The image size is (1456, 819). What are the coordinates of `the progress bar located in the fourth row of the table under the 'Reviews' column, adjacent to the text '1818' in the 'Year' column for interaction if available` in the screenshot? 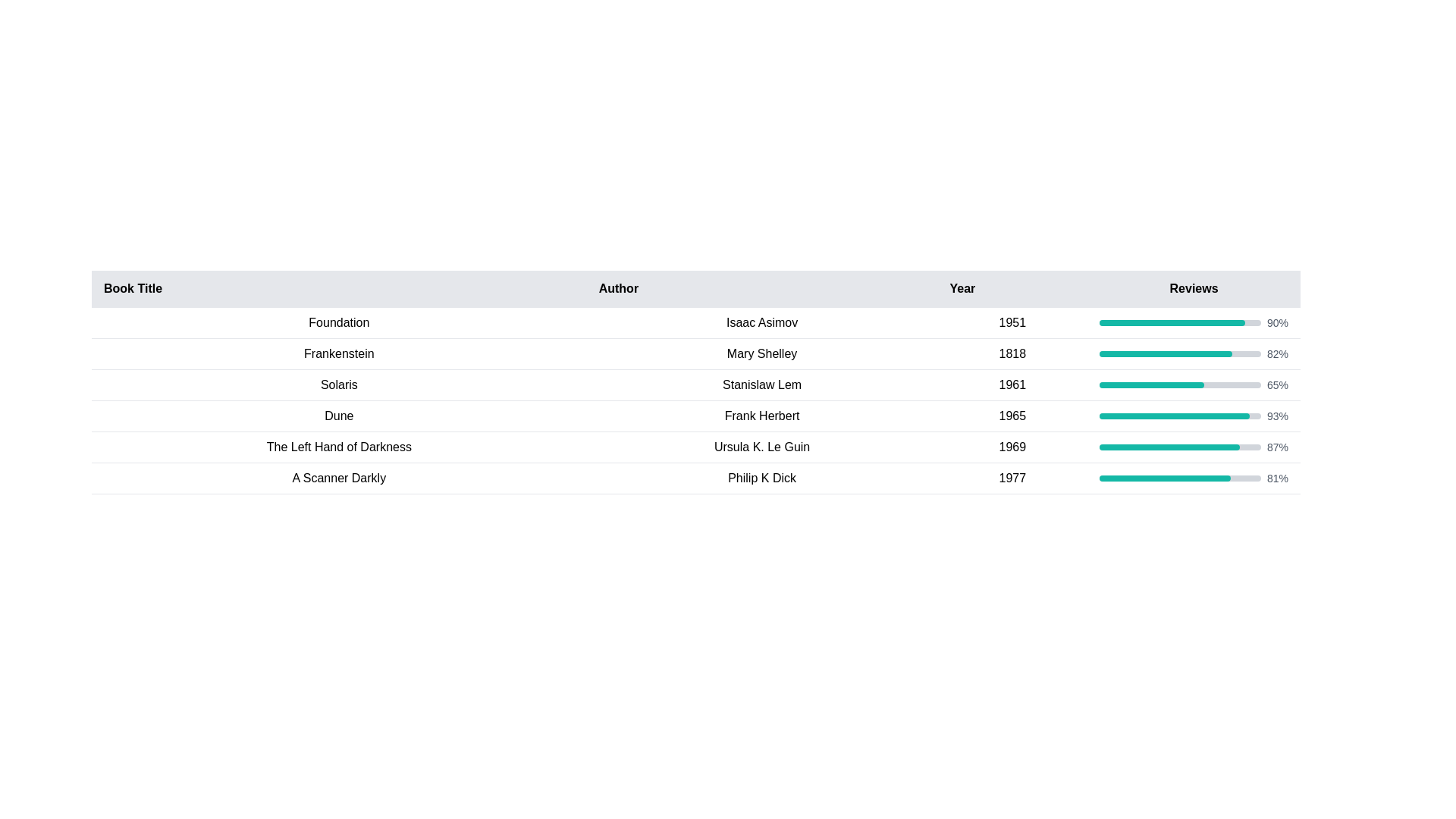 It's located at (1193, 353).